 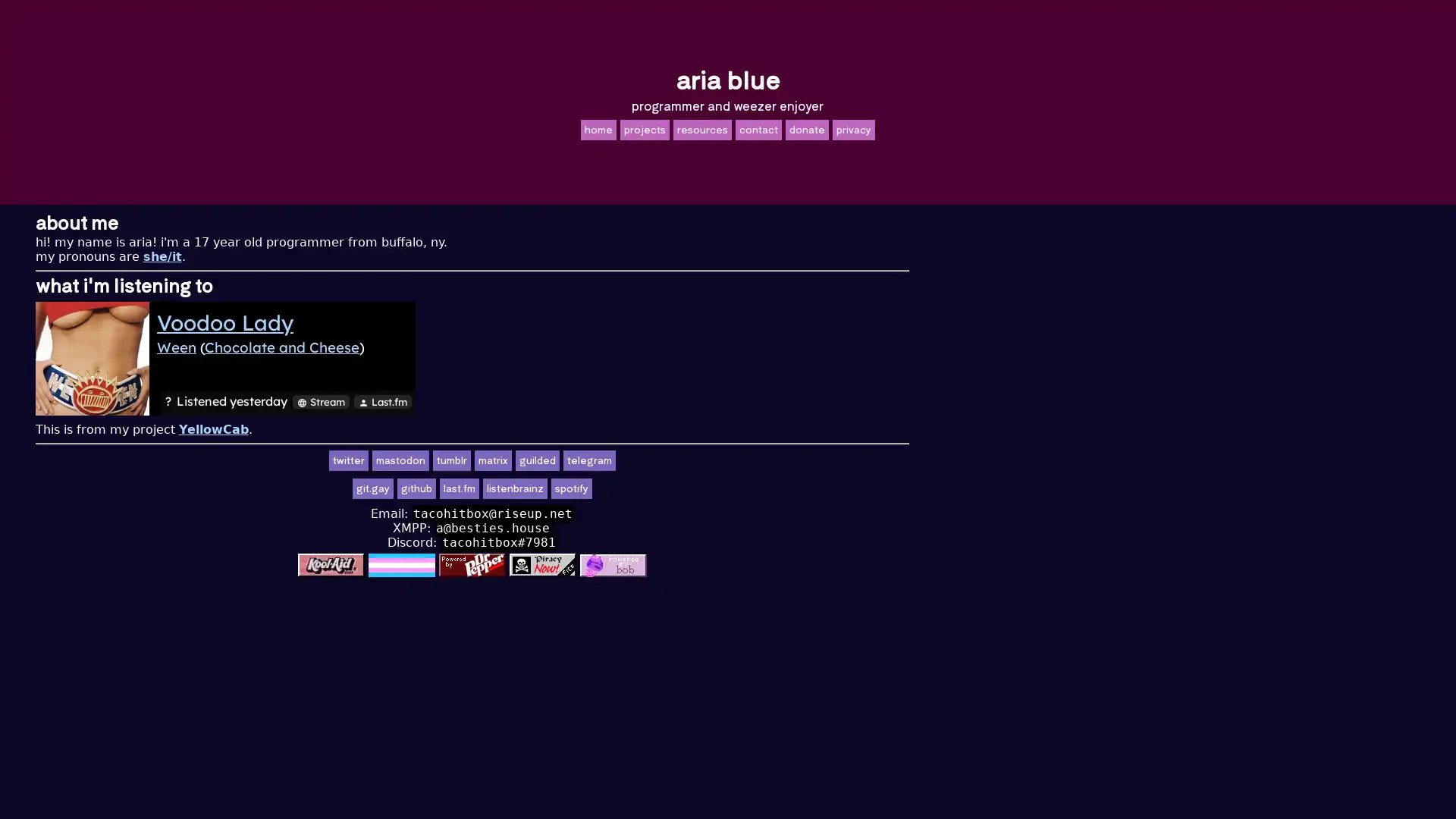 What do you see at coordinates (844, 460) in the screenshot?
I see `telegram` at bounding box center [844, 460].